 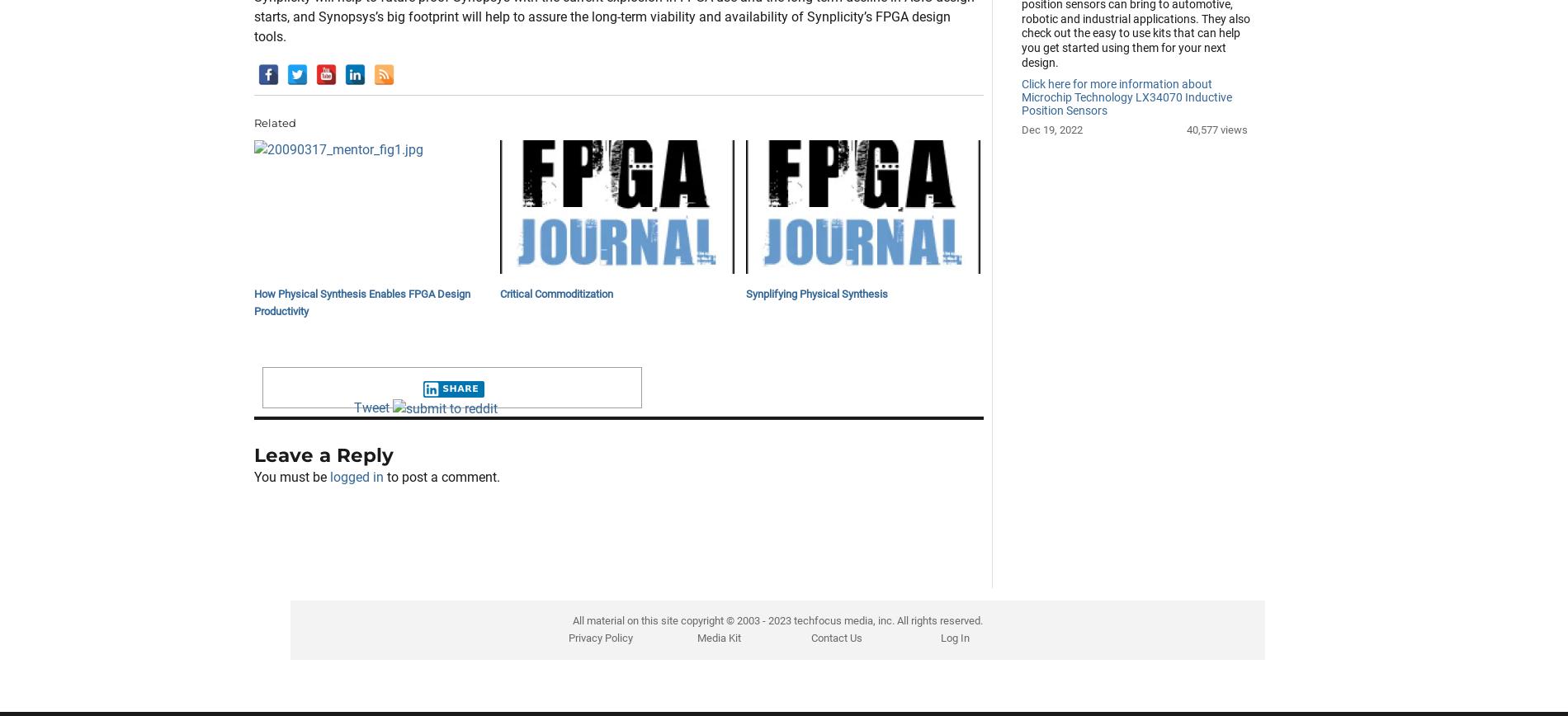 I want to click on 'Related', so click(x=273, y=204).